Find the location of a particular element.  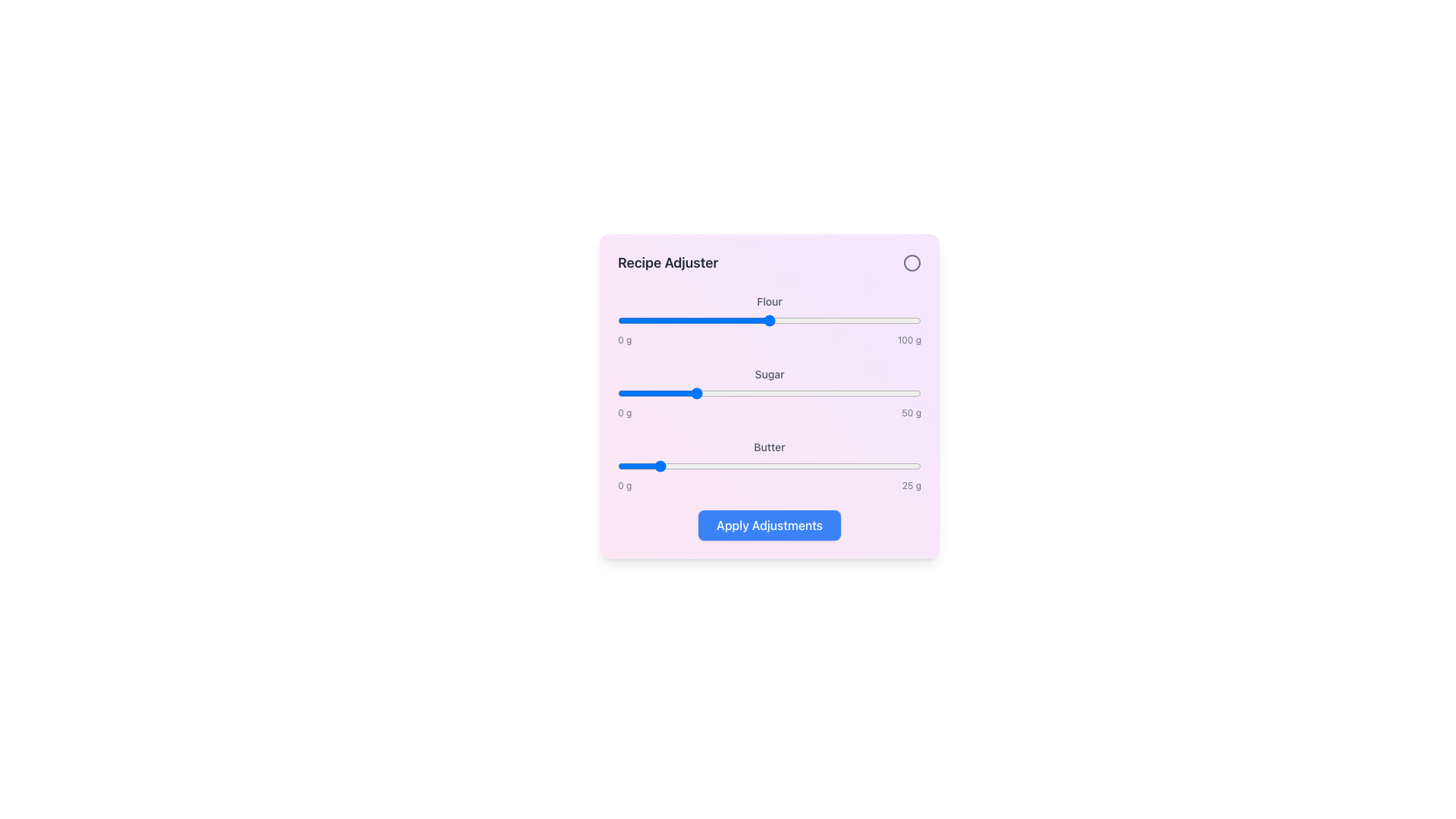

sugar level is located at coordinates (836, 393).